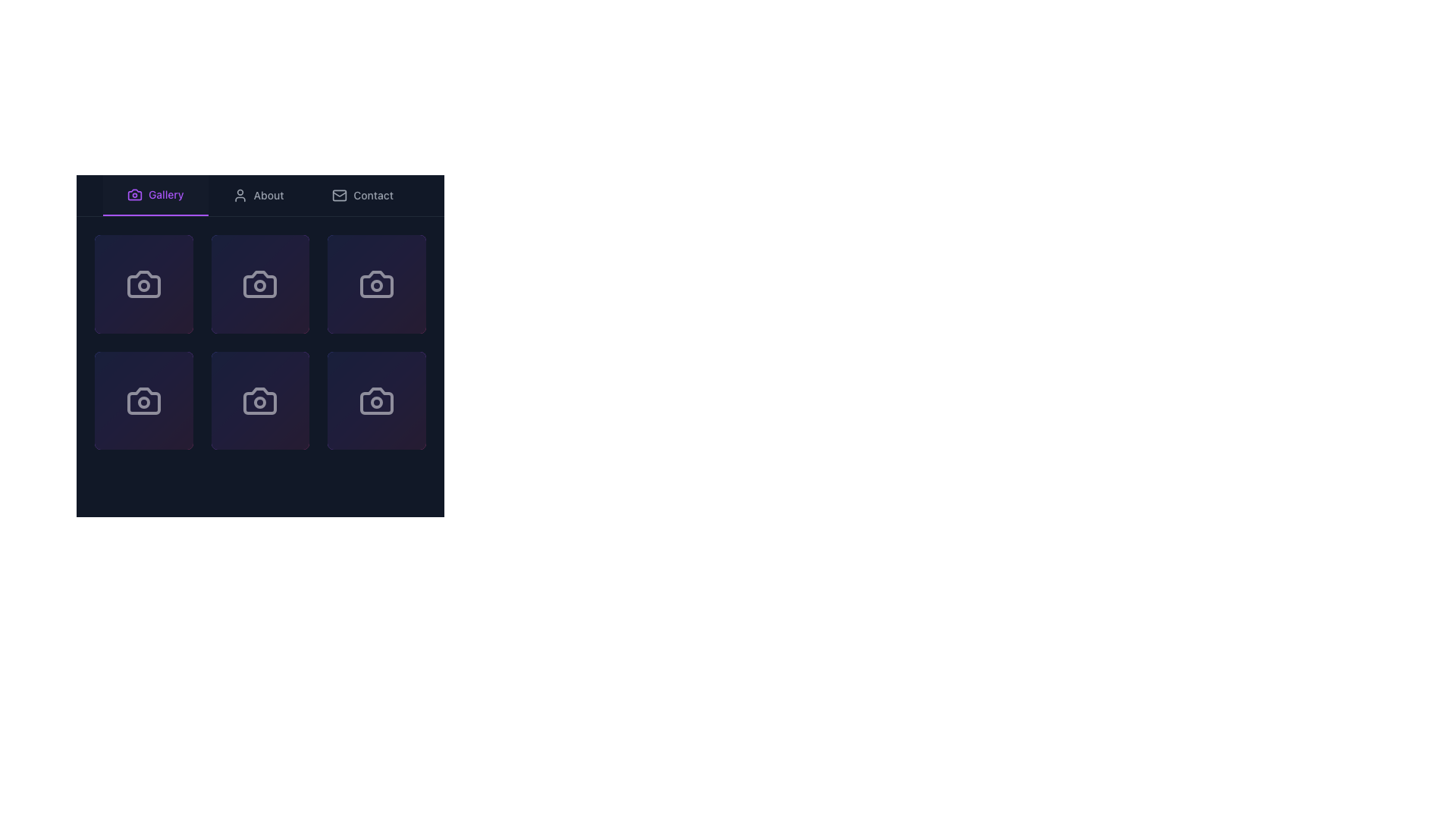 This screenshot has height=819, width=1456. I want to click on to interact with the interactive tile featuring a white camera icon on a gradient background of blue to purple and pink, located in the second column of the first row, so click(260, 284).